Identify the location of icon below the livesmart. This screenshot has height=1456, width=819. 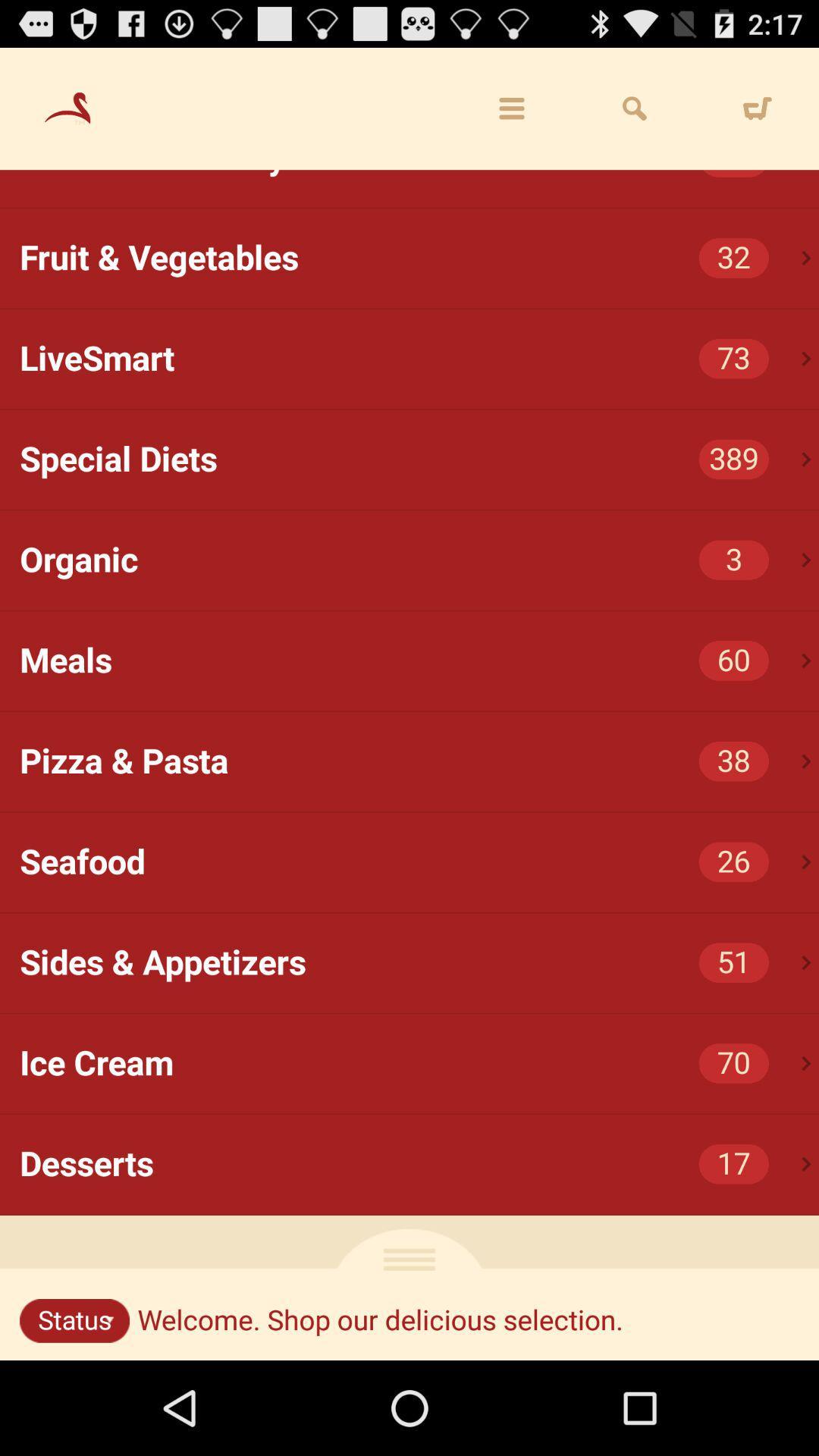
(419, 459).